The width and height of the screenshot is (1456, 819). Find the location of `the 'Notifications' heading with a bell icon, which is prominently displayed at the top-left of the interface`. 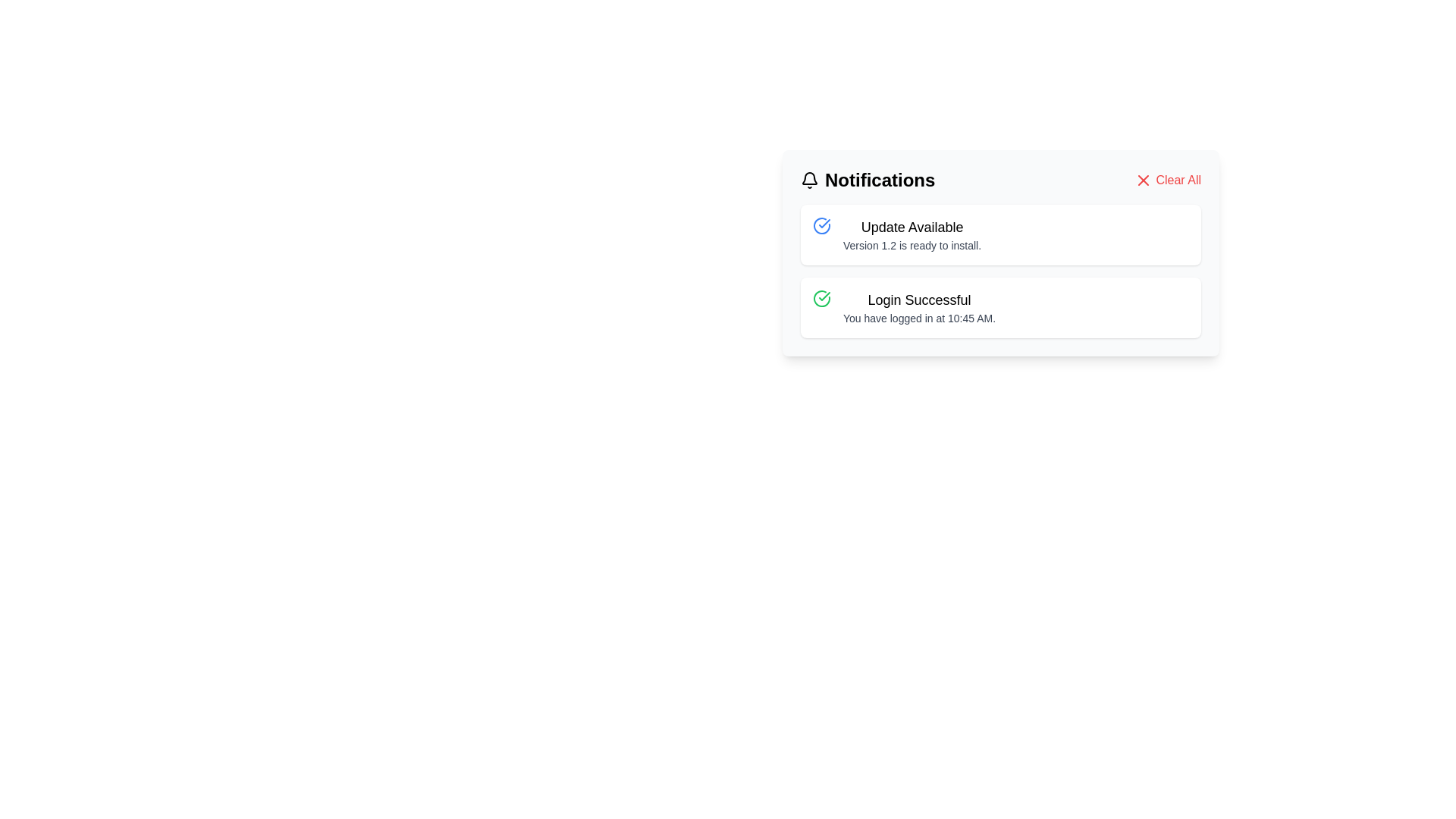

the 'Notifications' heading with a bell icon, which is prominently displayed at the top-left of the interface is located at coordinates (868, 180).